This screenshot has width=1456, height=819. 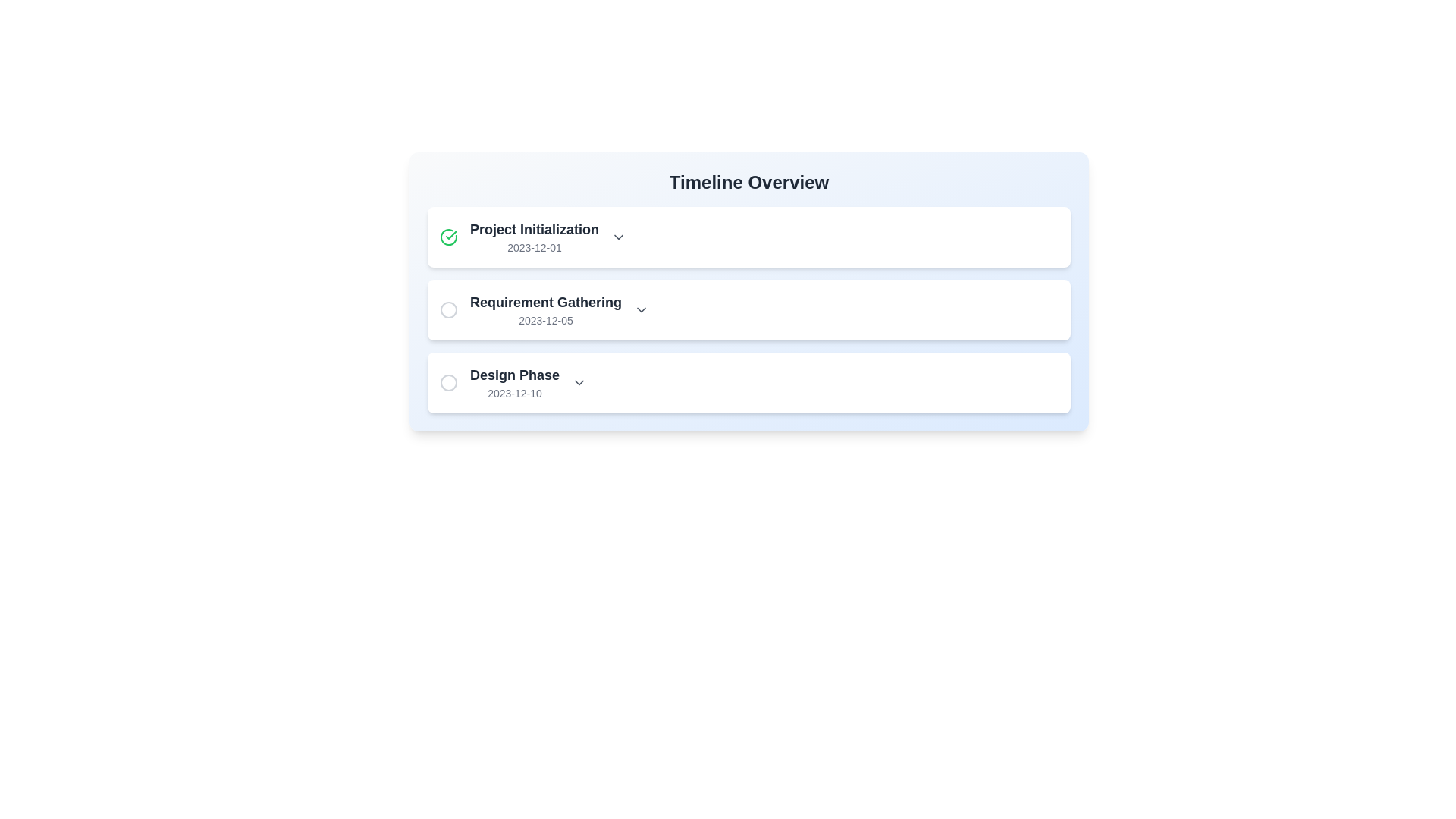 I want to click on the static text content displaying the date '2023-12-05', which is styled in a smaller gray font and is located directly below the 'Requirement Gathering' label, so click(x=546, y=320).